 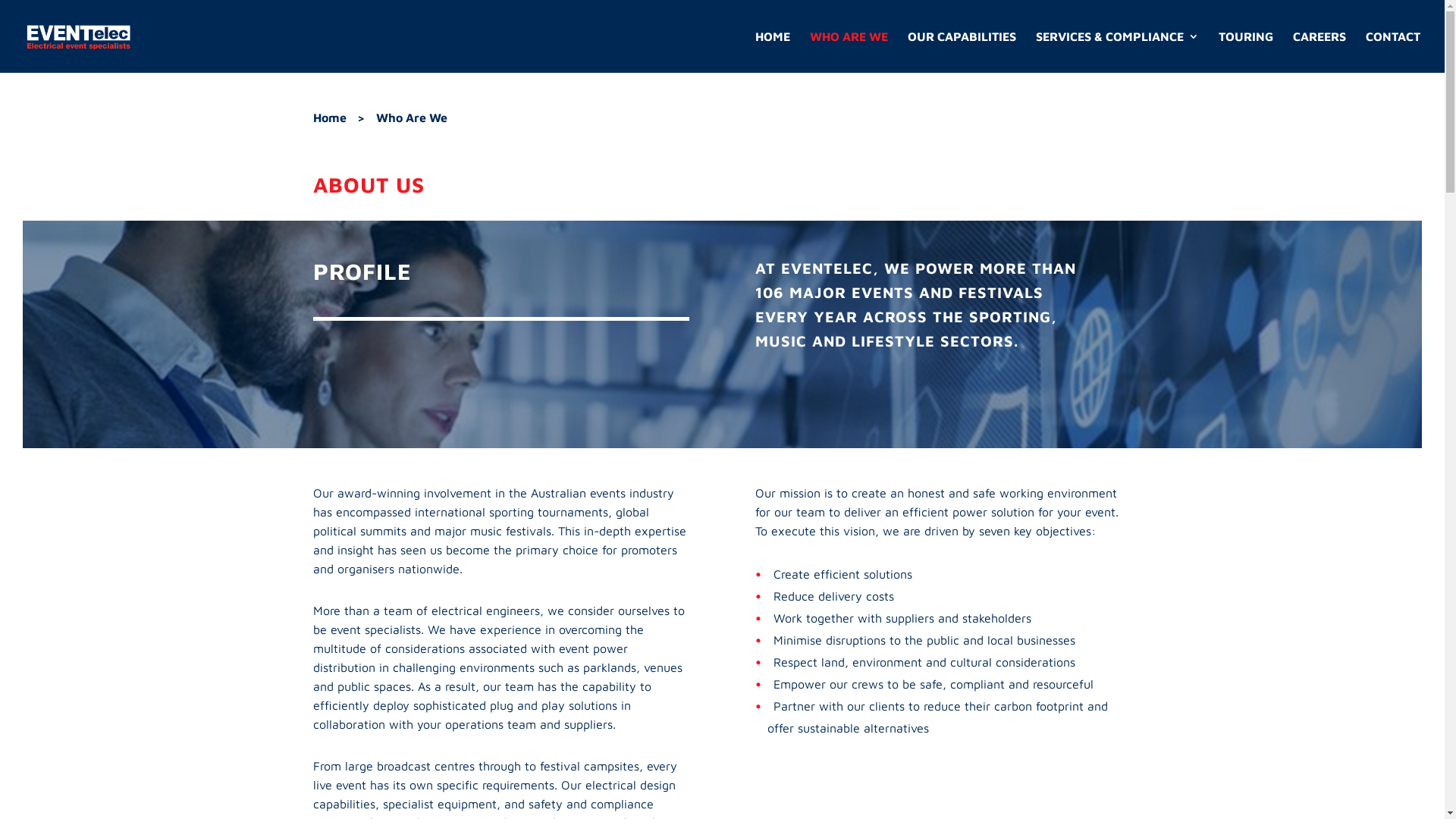 I want to click on 'TOURING', so click(x=1245, y=51).